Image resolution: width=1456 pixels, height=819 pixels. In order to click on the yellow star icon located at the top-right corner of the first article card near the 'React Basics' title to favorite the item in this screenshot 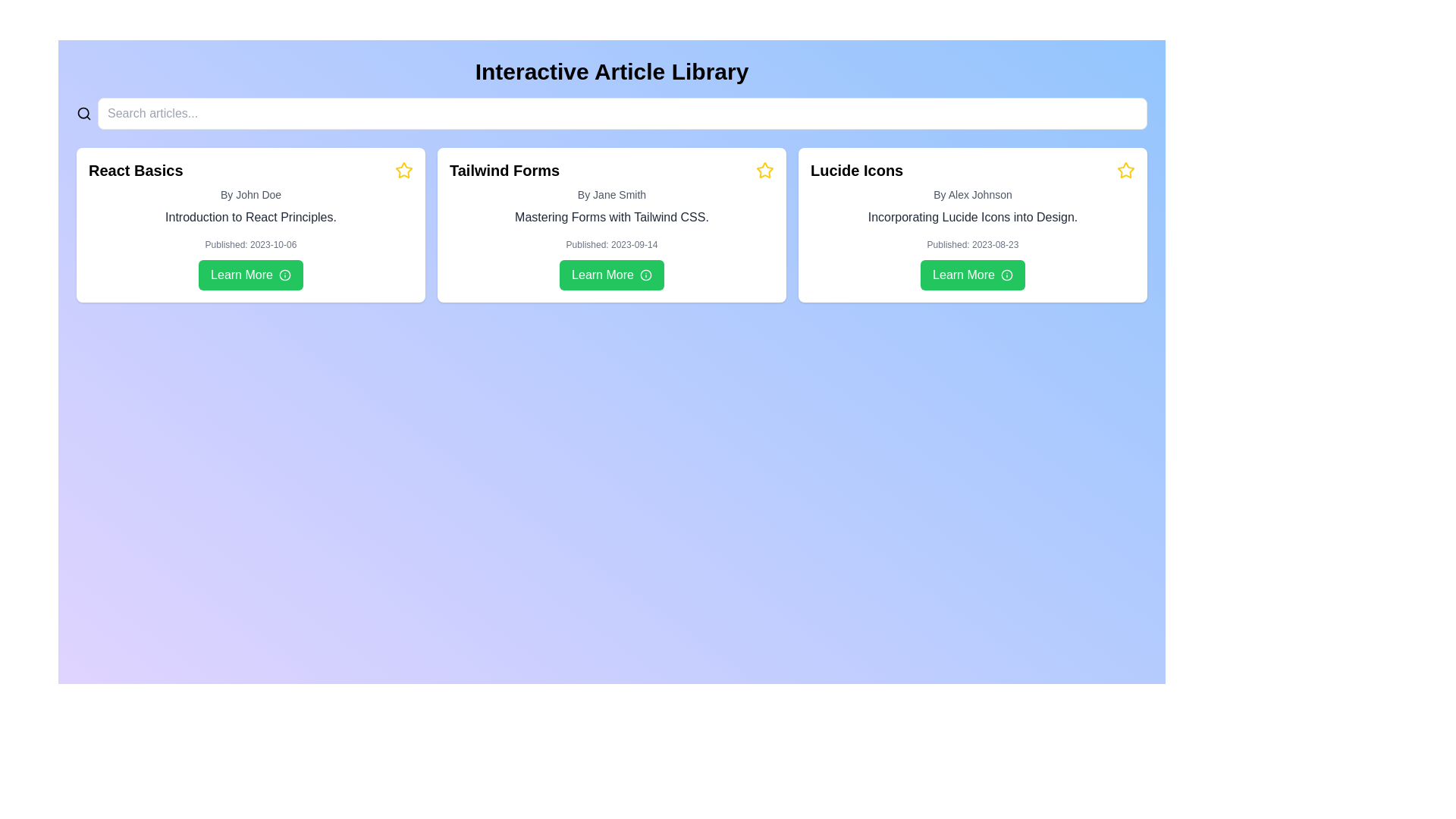, I will do `click(403, 170)`.